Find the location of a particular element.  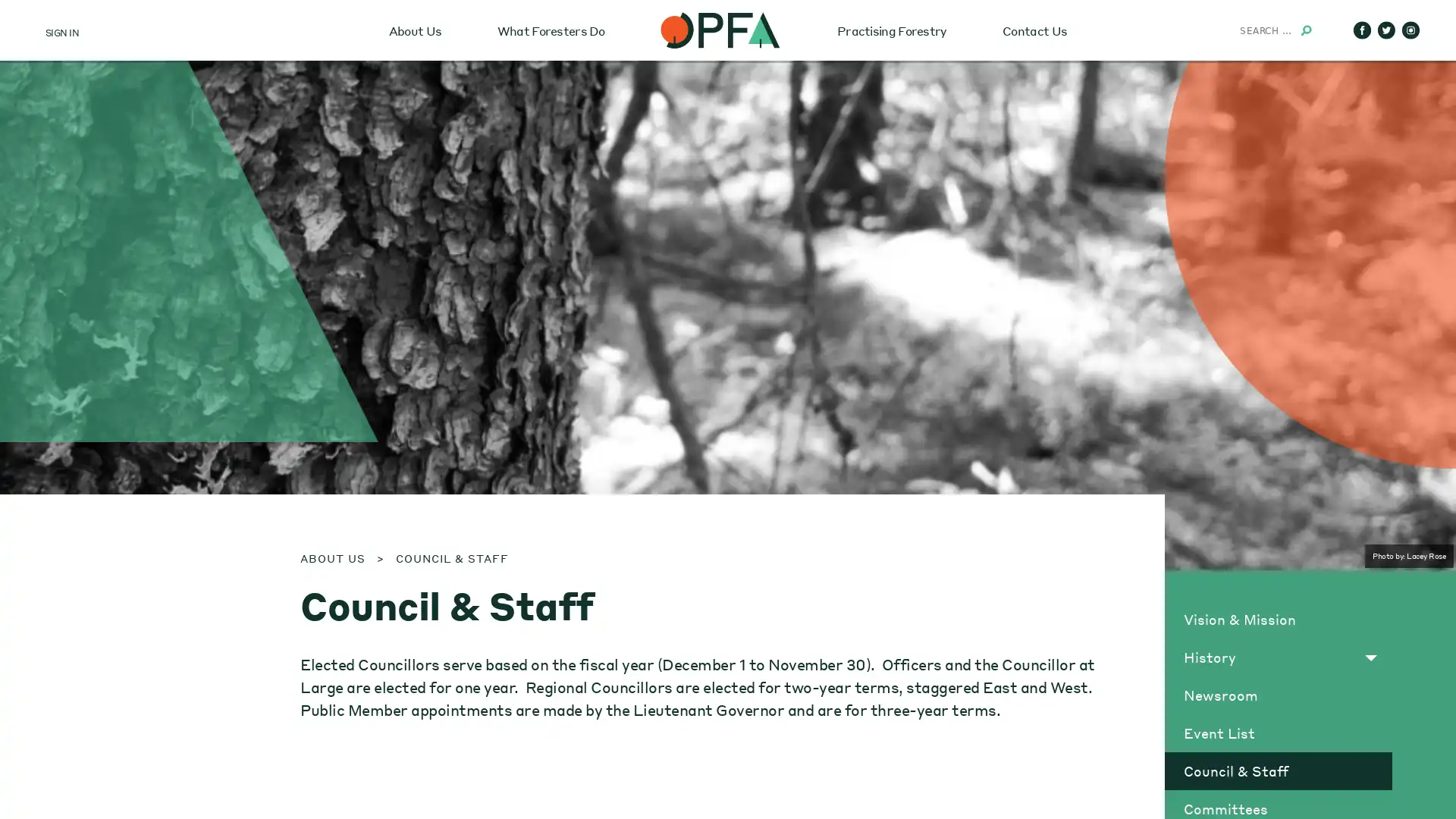

Sign In is located at coordinates (86, 194).